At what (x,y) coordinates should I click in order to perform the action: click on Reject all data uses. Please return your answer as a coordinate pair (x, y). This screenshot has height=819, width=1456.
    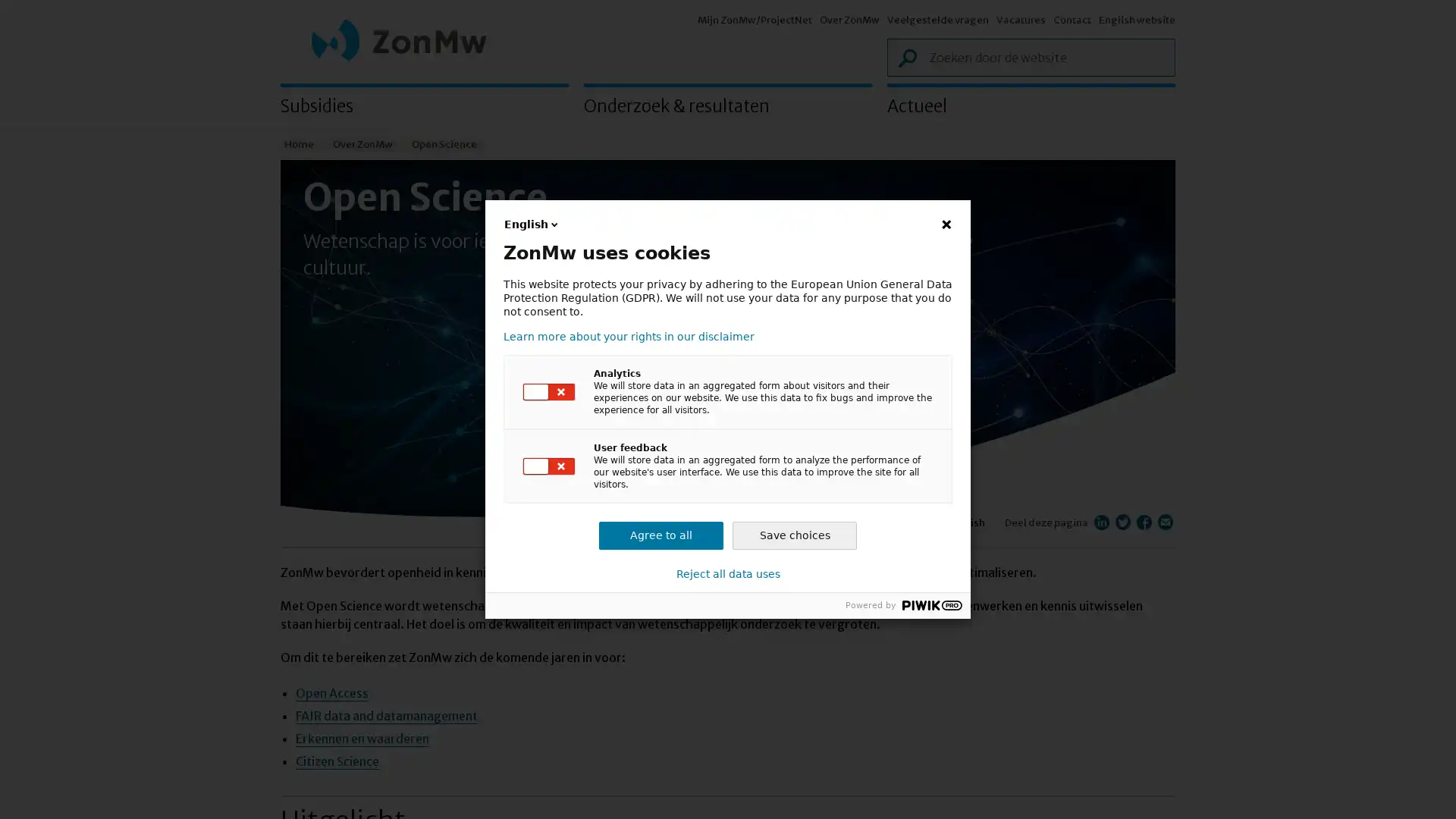
    Looking at the image, I should click on (726, 573).